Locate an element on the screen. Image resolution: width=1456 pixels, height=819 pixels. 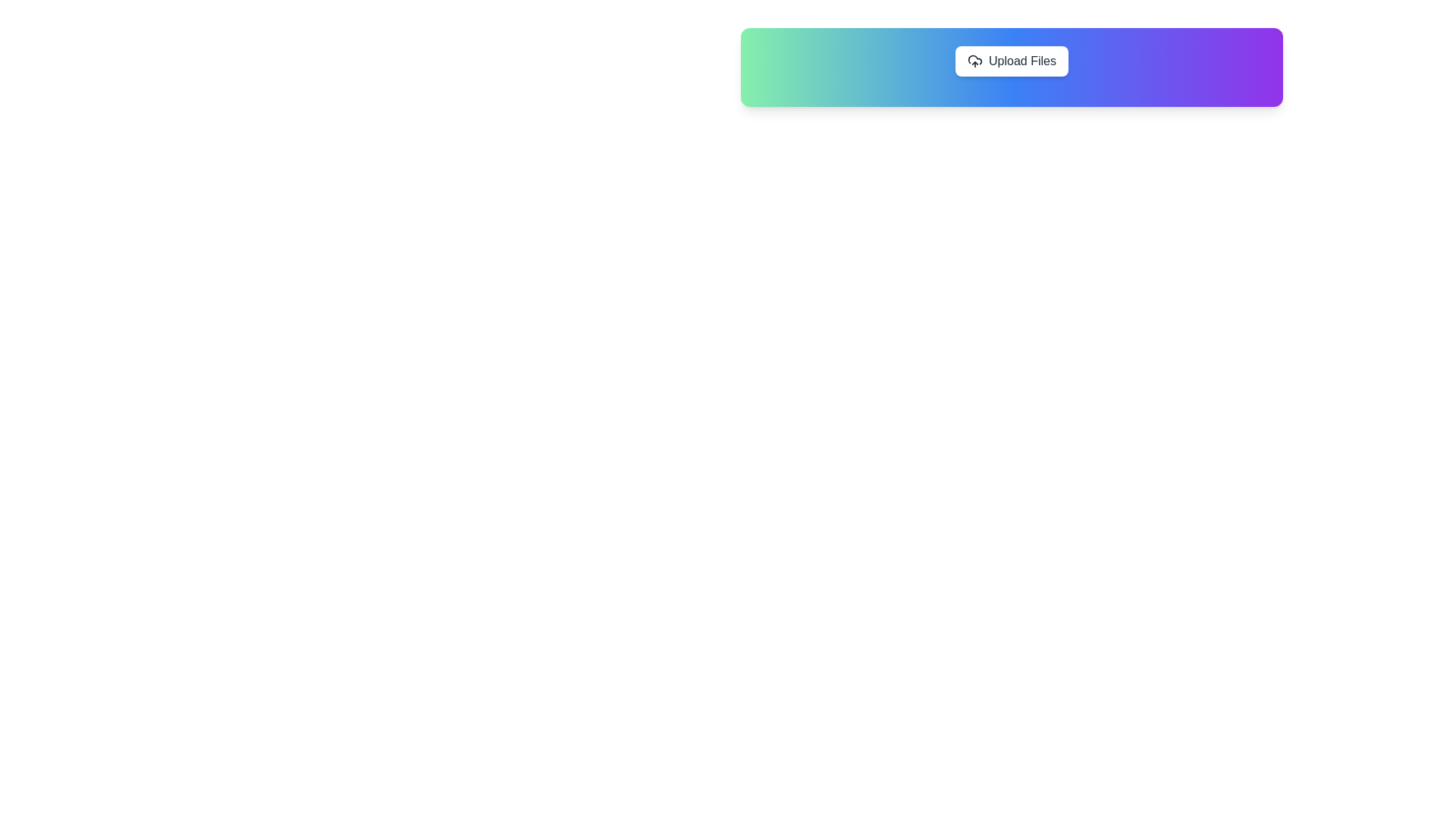
the upload icon located on the 'Upload Files' button, which is positioned in the top center area of the interface and visually indicates the file upload functionality is located at coordinates (975, 61).